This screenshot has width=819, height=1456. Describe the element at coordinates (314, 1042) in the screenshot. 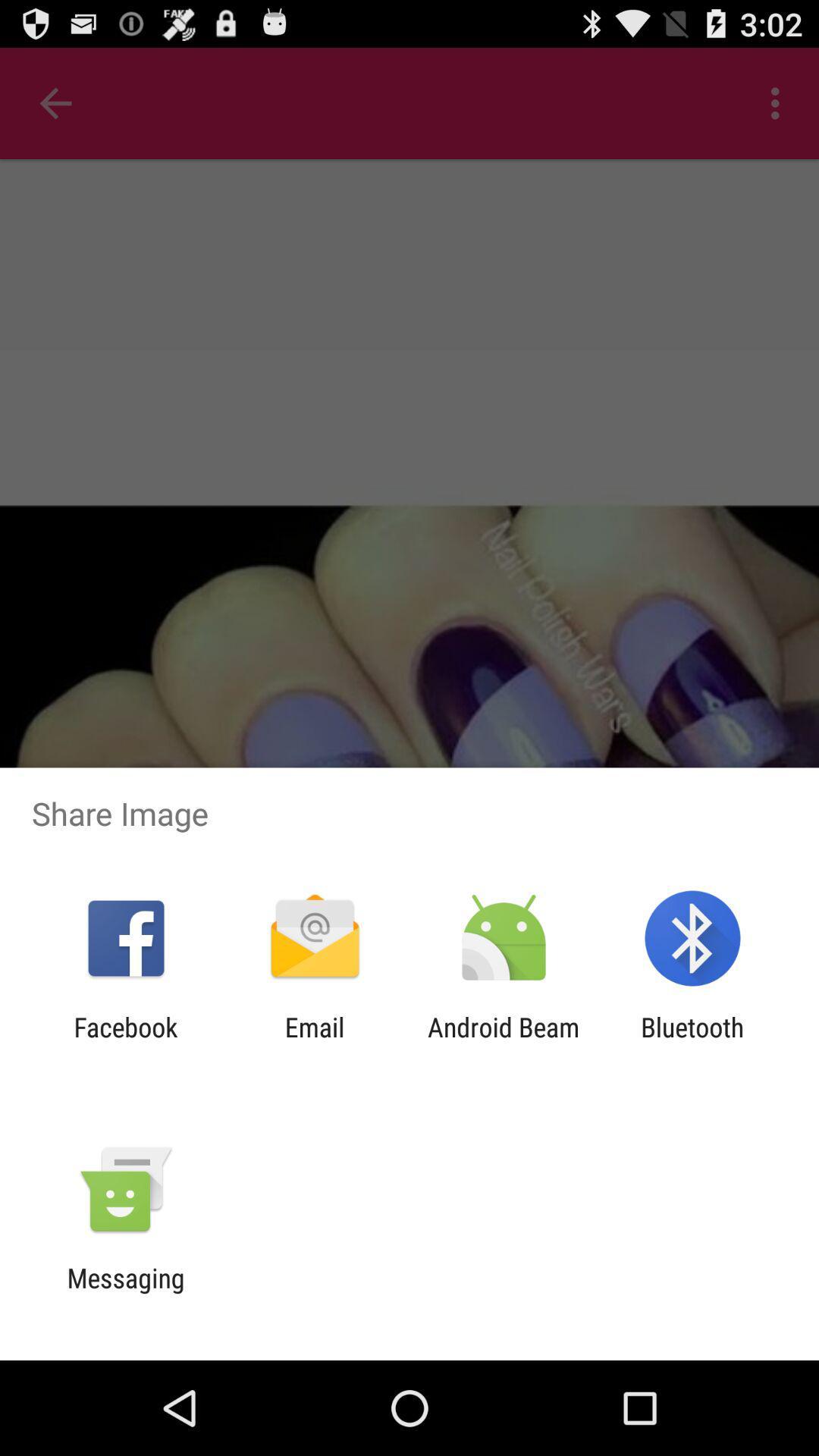

I see `item to the left of the android beam` at that location.